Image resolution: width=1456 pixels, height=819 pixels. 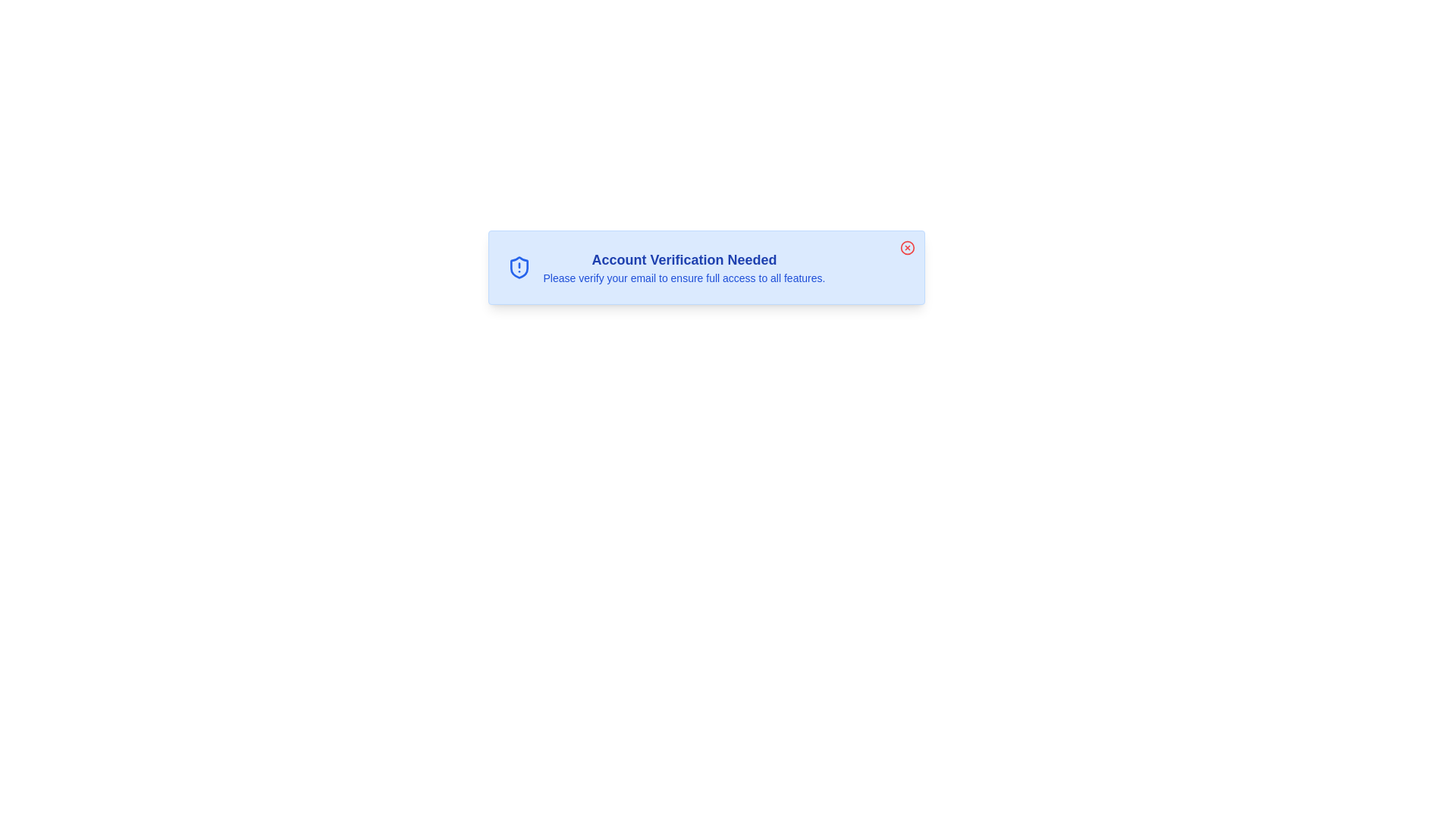 What do you see at coordinates (519, 267) in the screenshot?
I see `the blue shield icon with an exclamation mark that indicates 'Account Verification Needed' in the notification card` at bounding box center [519, 267].